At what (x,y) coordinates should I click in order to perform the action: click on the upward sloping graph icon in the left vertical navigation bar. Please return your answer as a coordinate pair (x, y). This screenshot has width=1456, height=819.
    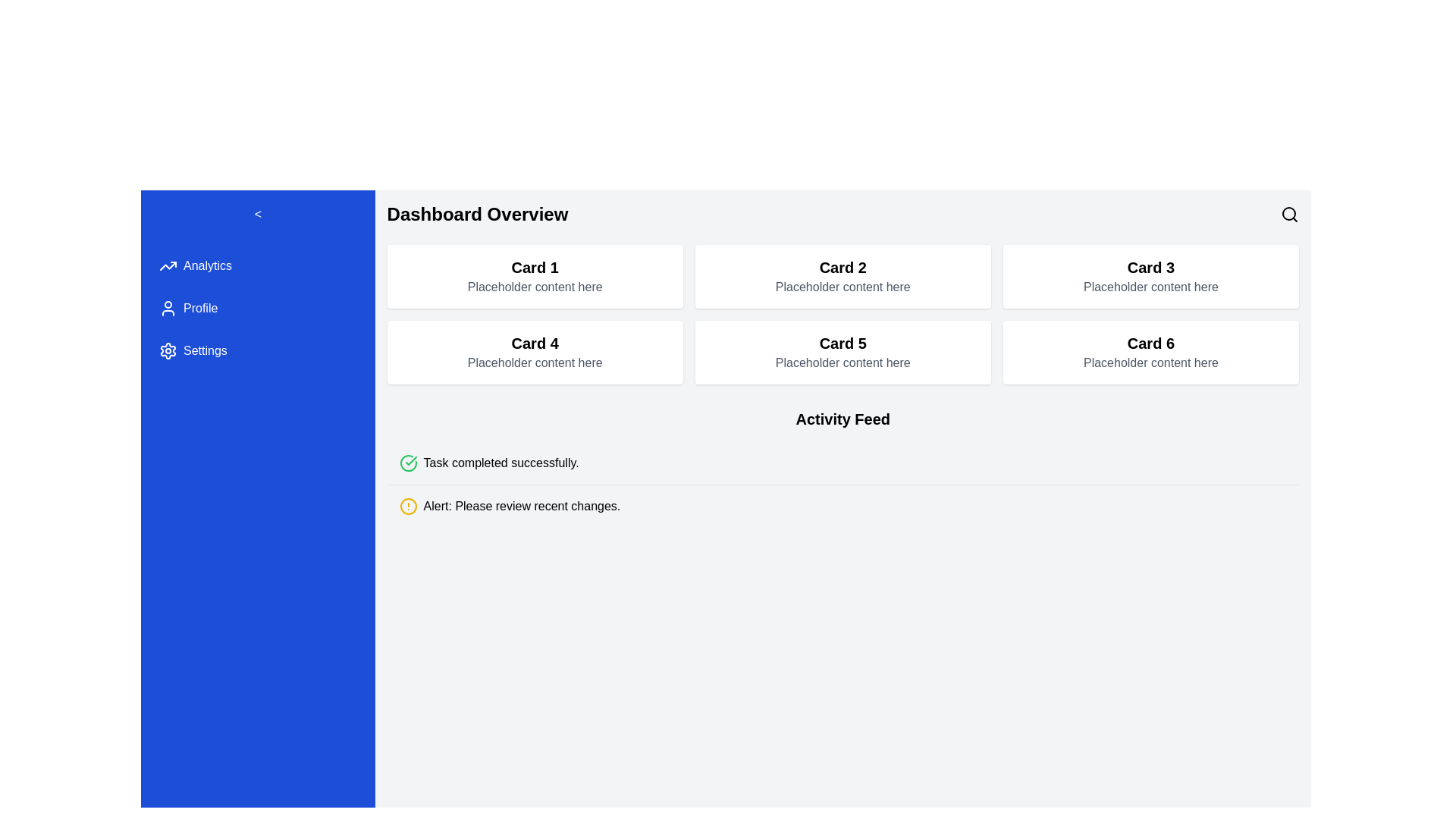
    Looking at the image, I should click on (168, 265).